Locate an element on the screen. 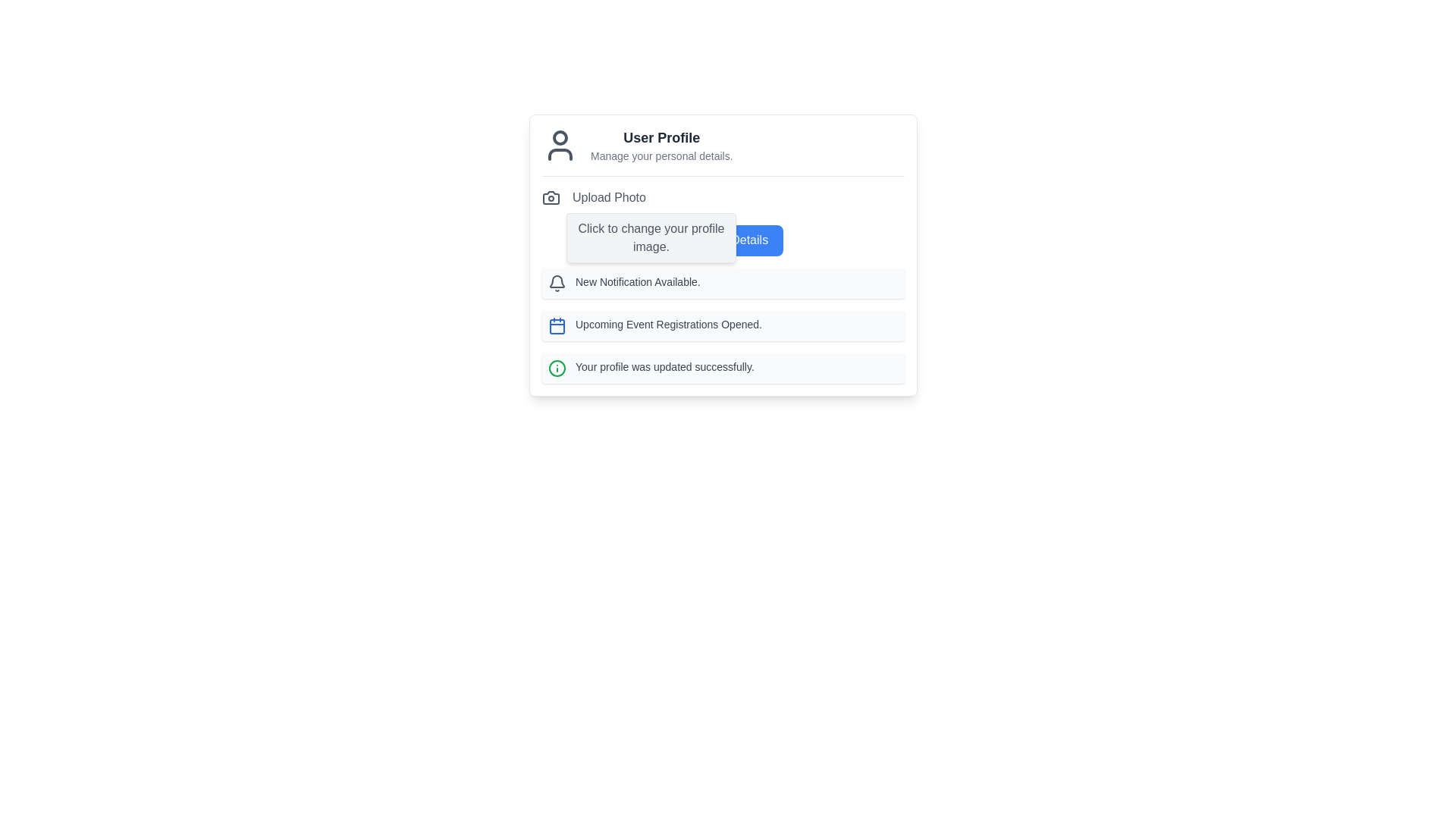 This screenshot has width=1456, height=819. the circular graphic element that is part of the user profile badge, located near the top center of the badge, above the 'Upload Photo' button is located at coordinates (560, 137).